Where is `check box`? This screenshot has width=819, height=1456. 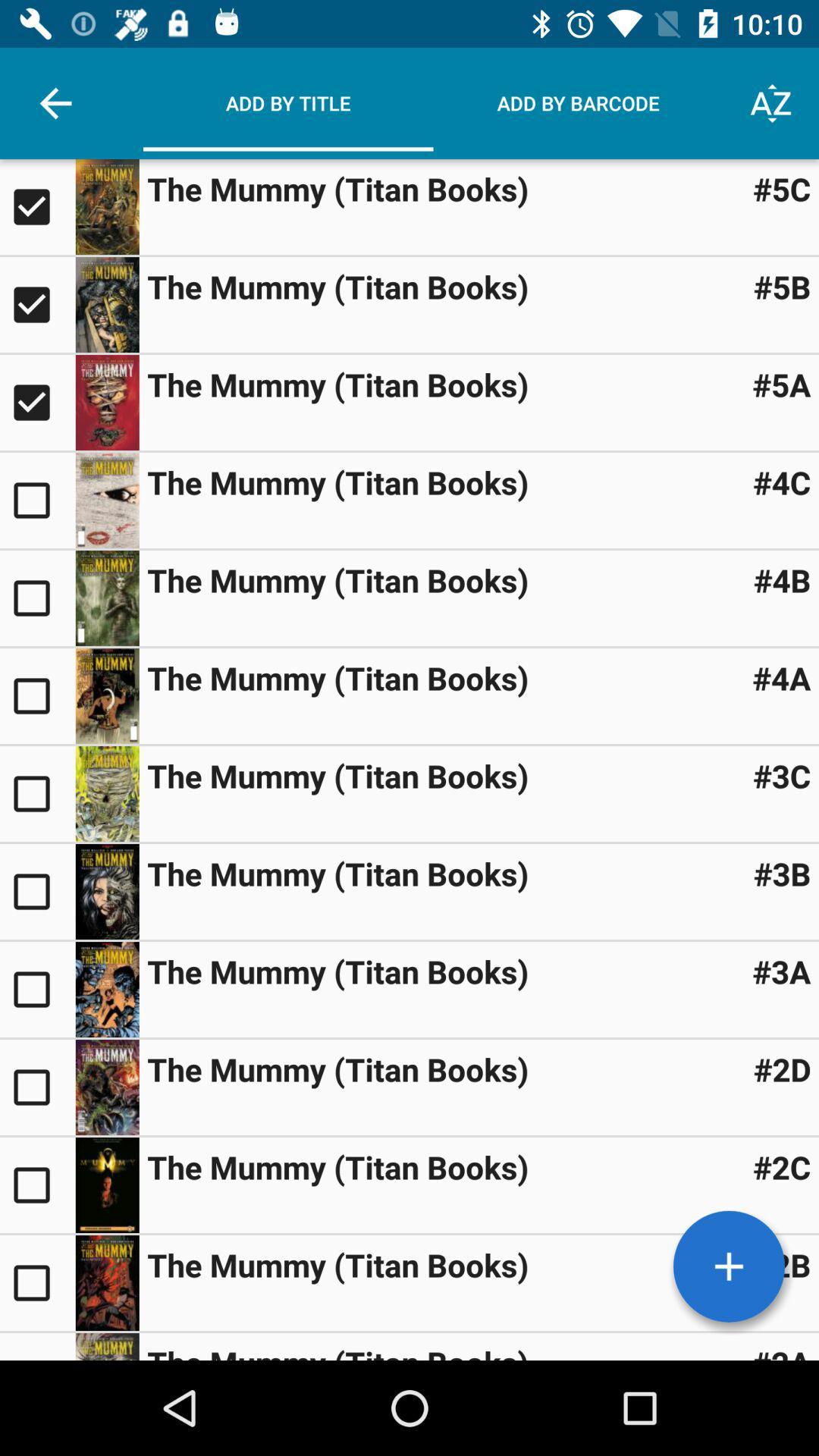
check box is located at coordinates (36, 500).